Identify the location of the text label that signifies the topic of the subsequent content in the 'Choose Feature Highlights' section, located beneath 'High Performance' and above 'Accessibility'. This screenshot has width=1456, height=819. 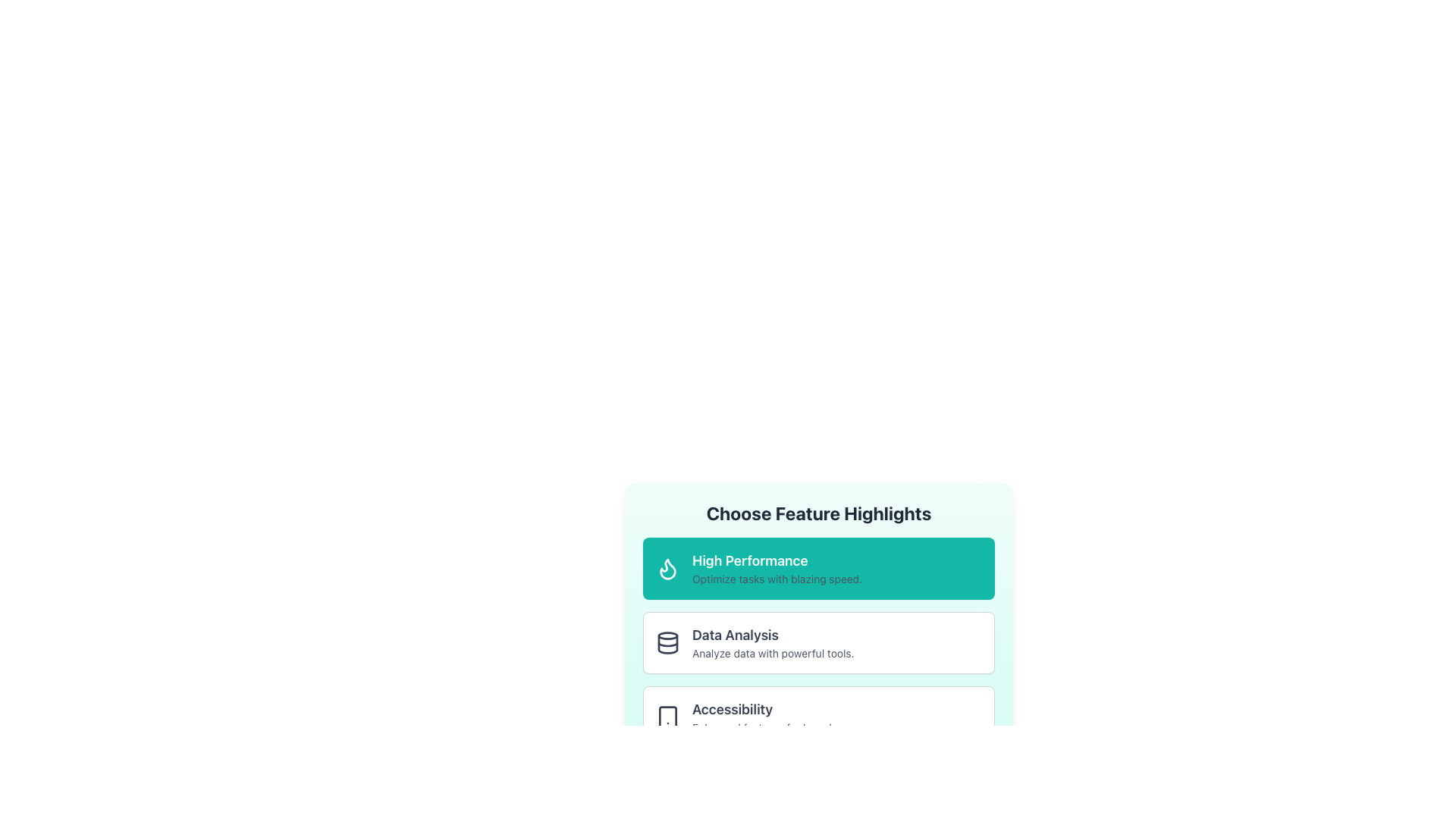
(773, 635).